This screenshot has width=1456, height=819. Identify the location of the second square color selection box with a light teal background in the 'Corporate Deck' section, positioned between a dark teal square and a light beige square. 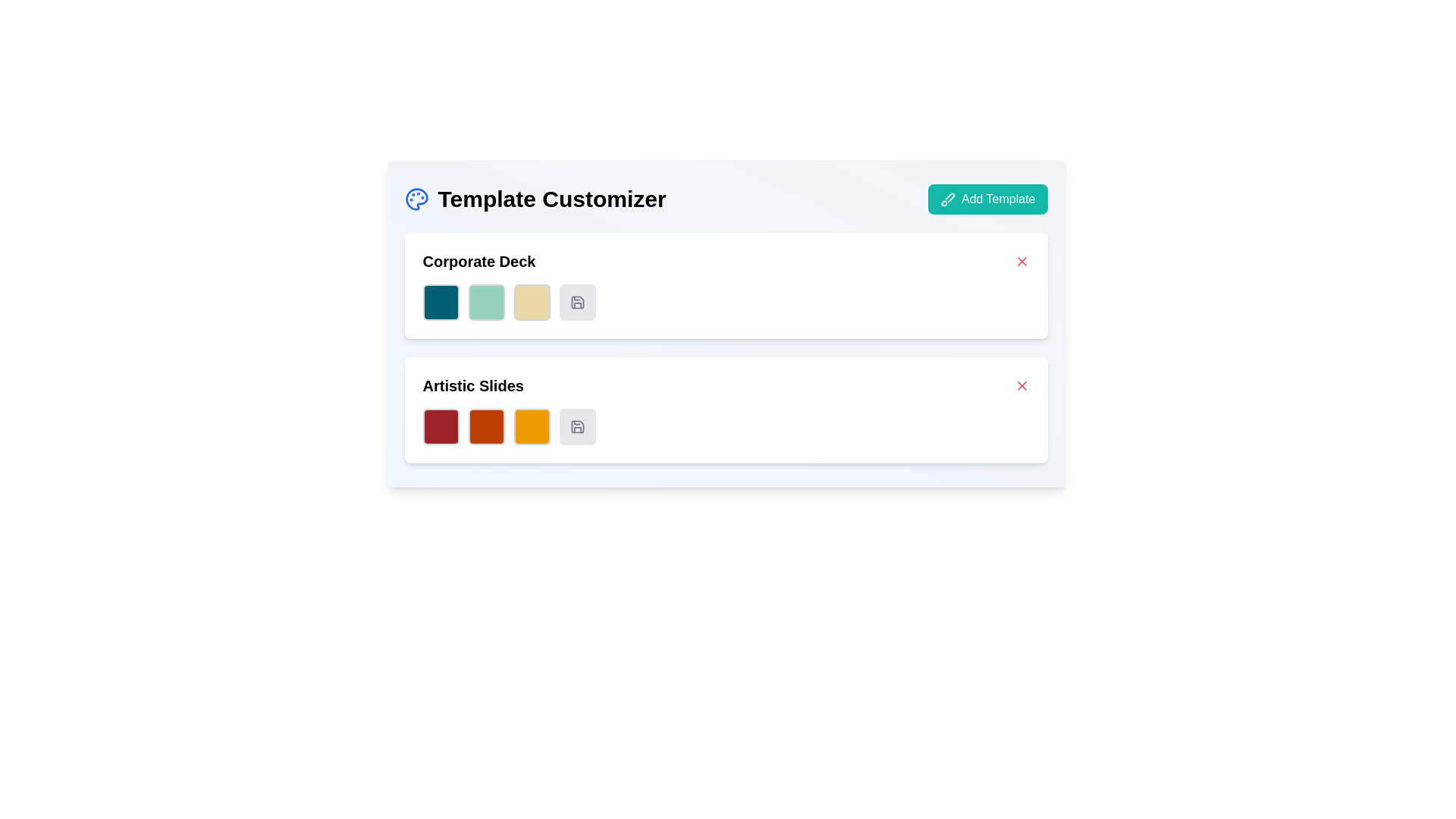
(486, 302).